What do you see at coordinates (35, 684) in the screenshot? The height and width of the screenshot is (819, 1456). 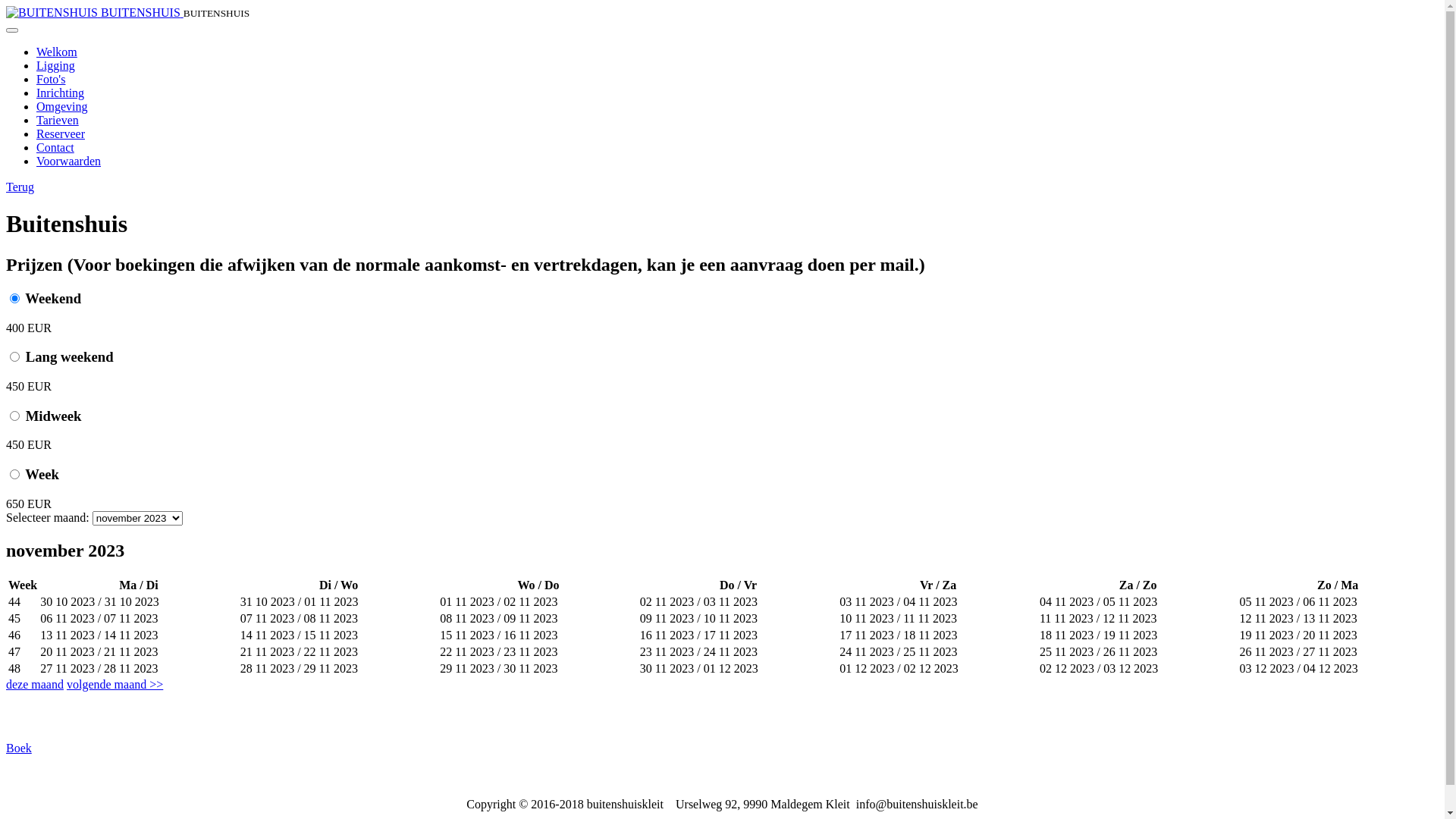 I see `'deze maand'` at bounding box center [35, 684].